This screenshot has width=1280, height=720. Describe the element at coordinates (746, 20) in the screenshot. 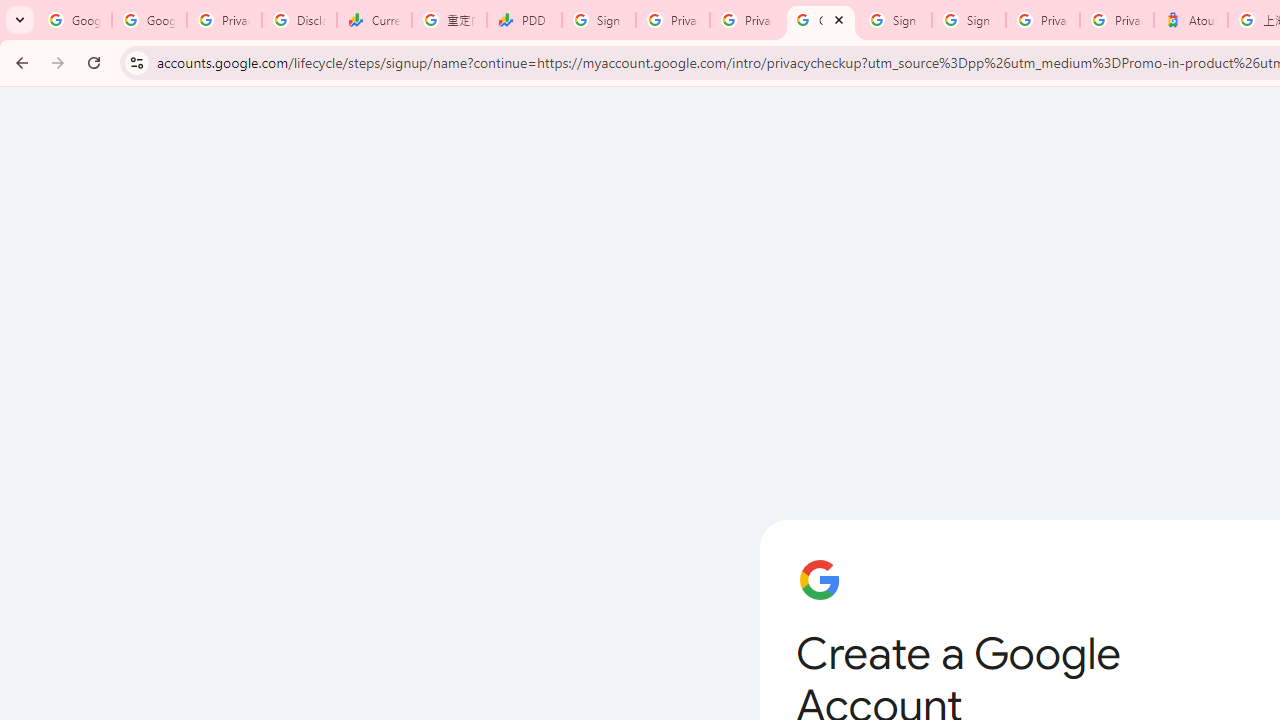

I see `'Privacy Checkup'` at that location.